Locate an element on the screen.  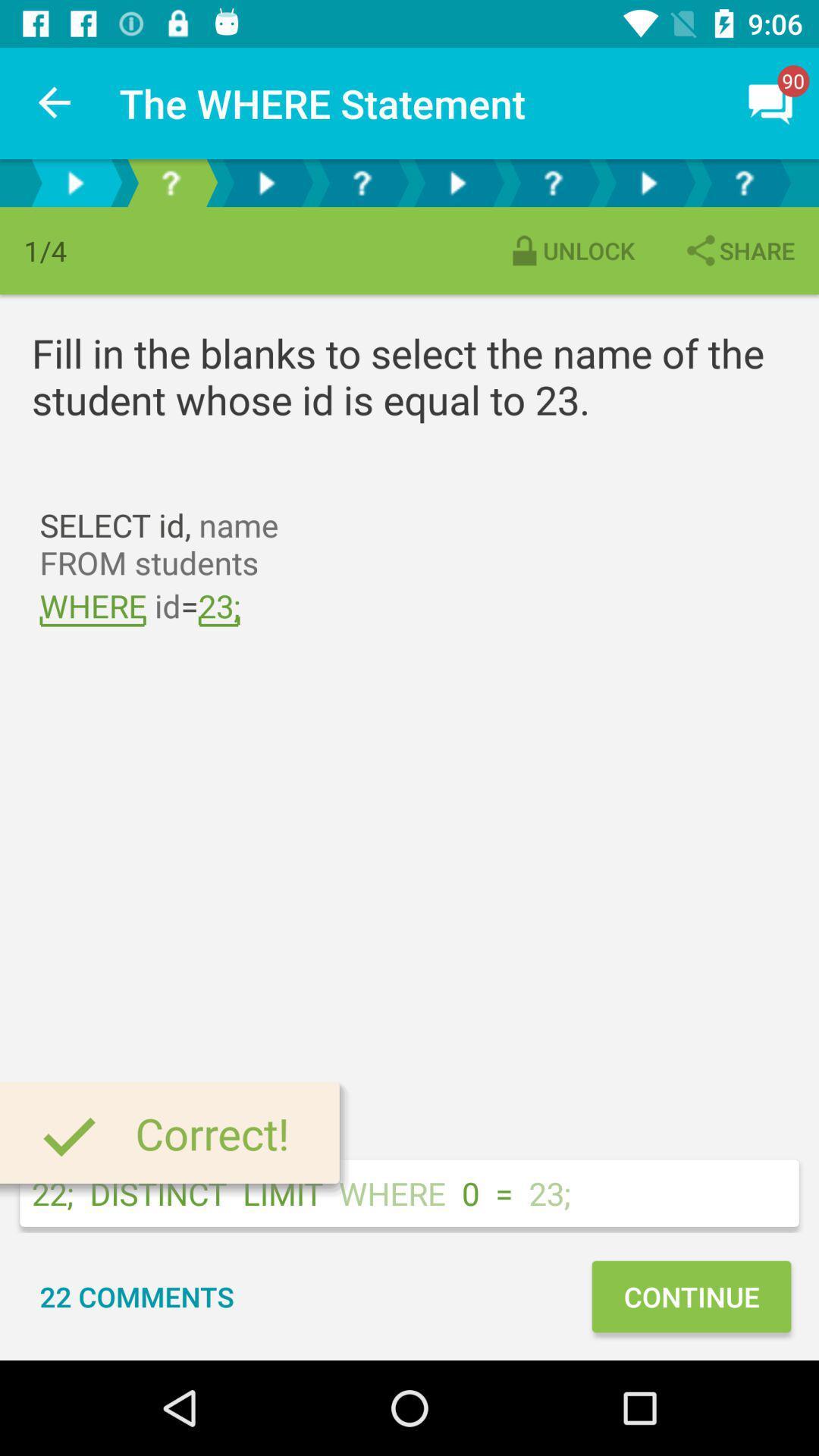
item to the right of the unlock is located at coordinates (738, 250).